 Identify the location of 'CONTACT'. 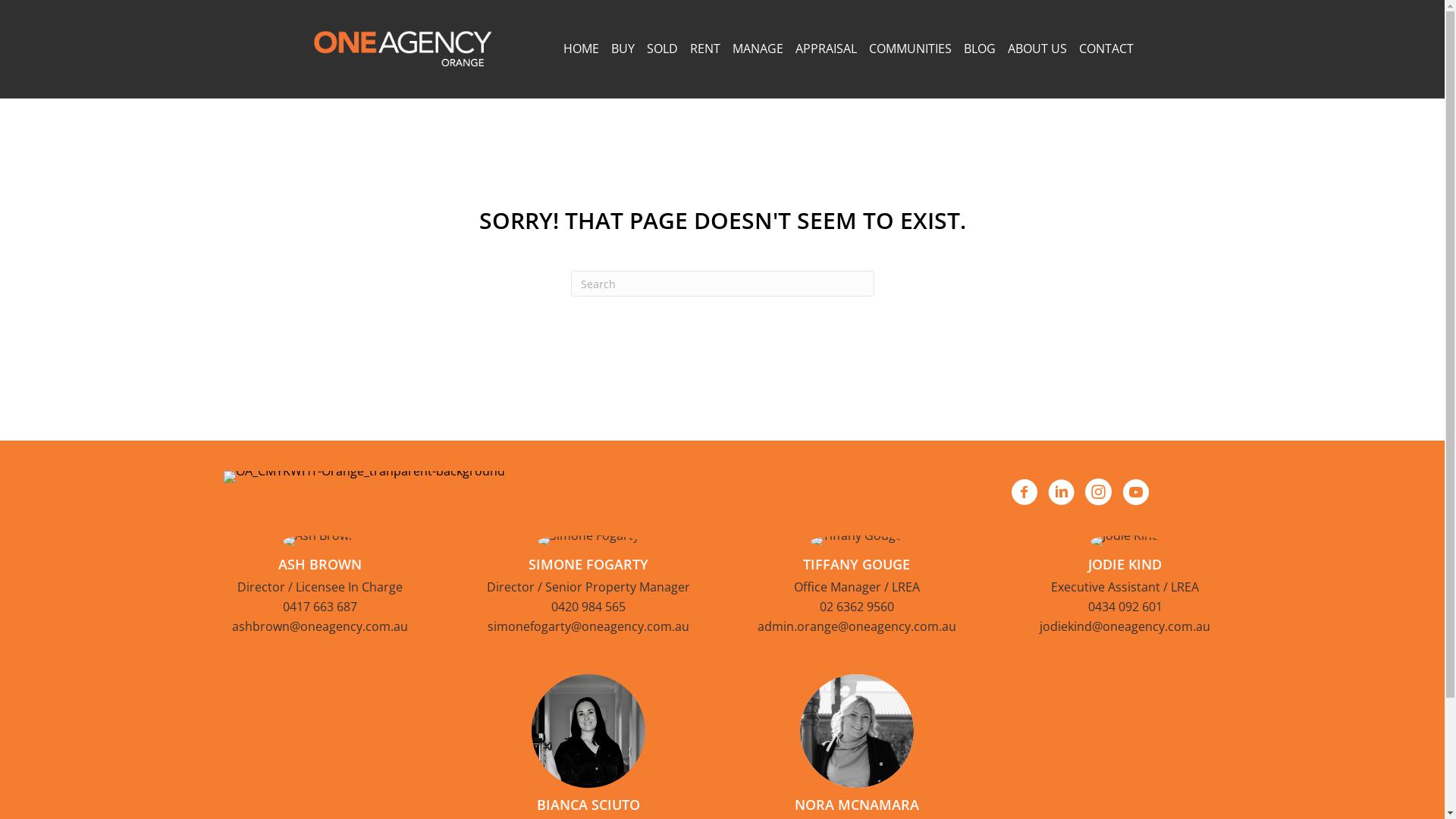
(1106, 48).